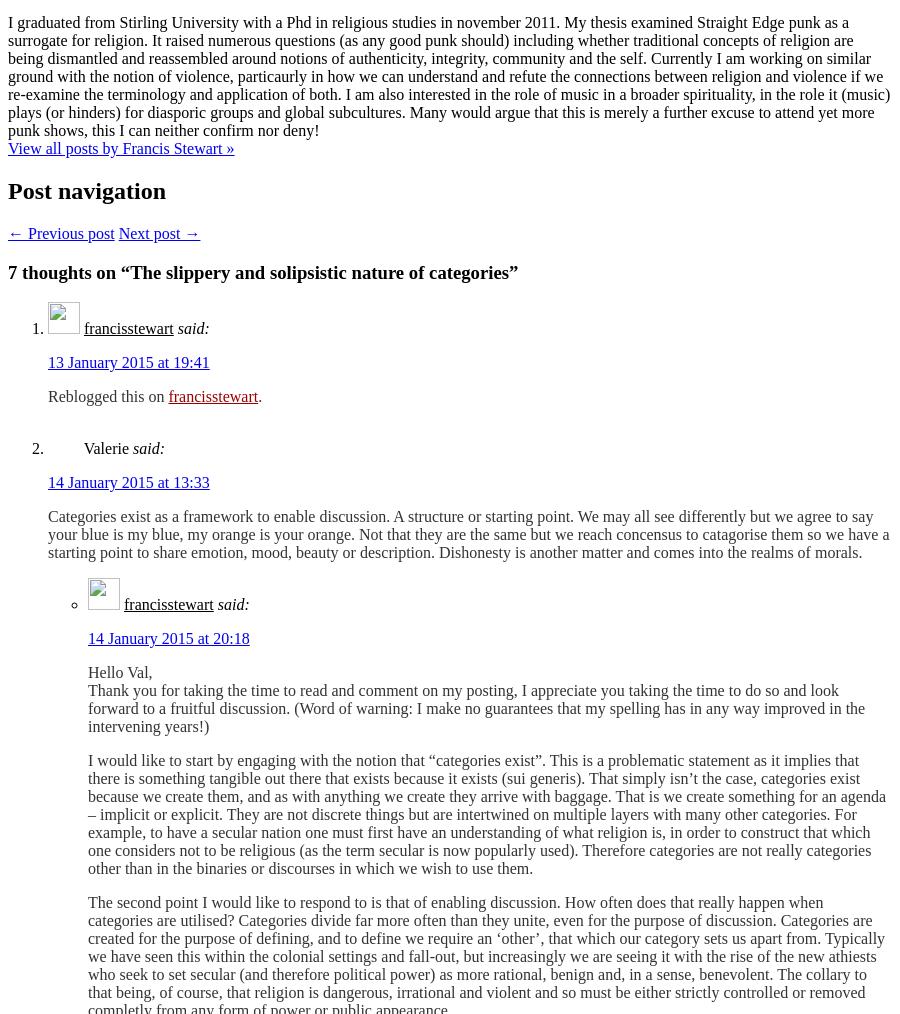  I want to click on '13 January 2015 at 19:41', so click(128, 361).